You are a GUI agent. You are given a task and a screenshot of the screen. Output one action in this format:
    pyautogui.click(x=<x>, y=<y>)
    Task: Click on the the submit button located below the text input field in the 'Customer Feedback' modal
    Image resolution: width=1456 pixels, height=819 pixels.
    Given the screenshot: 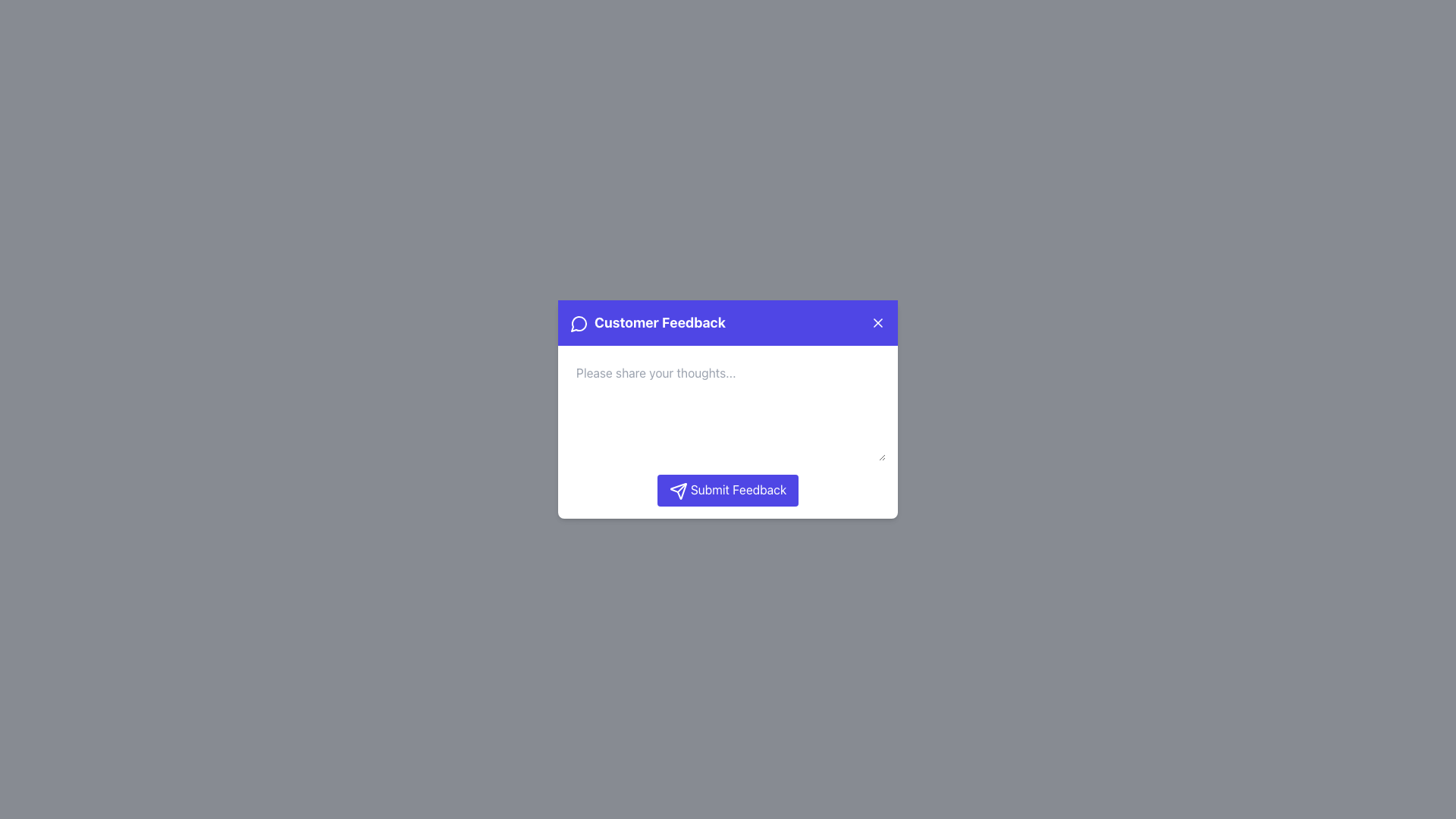 What is the action you would take?
    pyautogui.click(x=728, y=491)
    